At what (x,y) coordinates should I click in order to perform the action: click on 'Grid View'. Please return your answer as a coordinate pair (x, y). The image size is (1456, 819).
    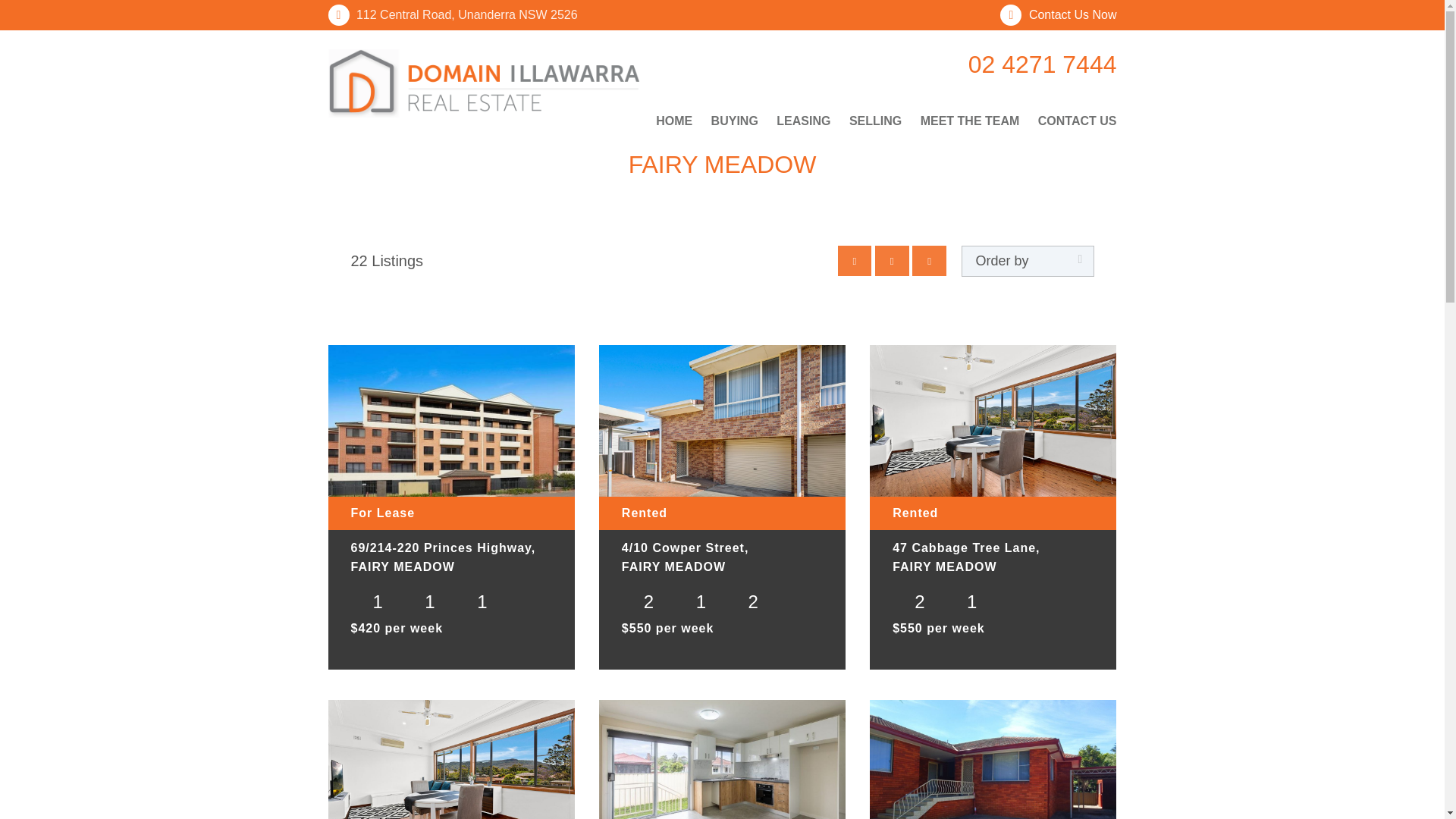
    Looking at the image, I should click on (892, 259).